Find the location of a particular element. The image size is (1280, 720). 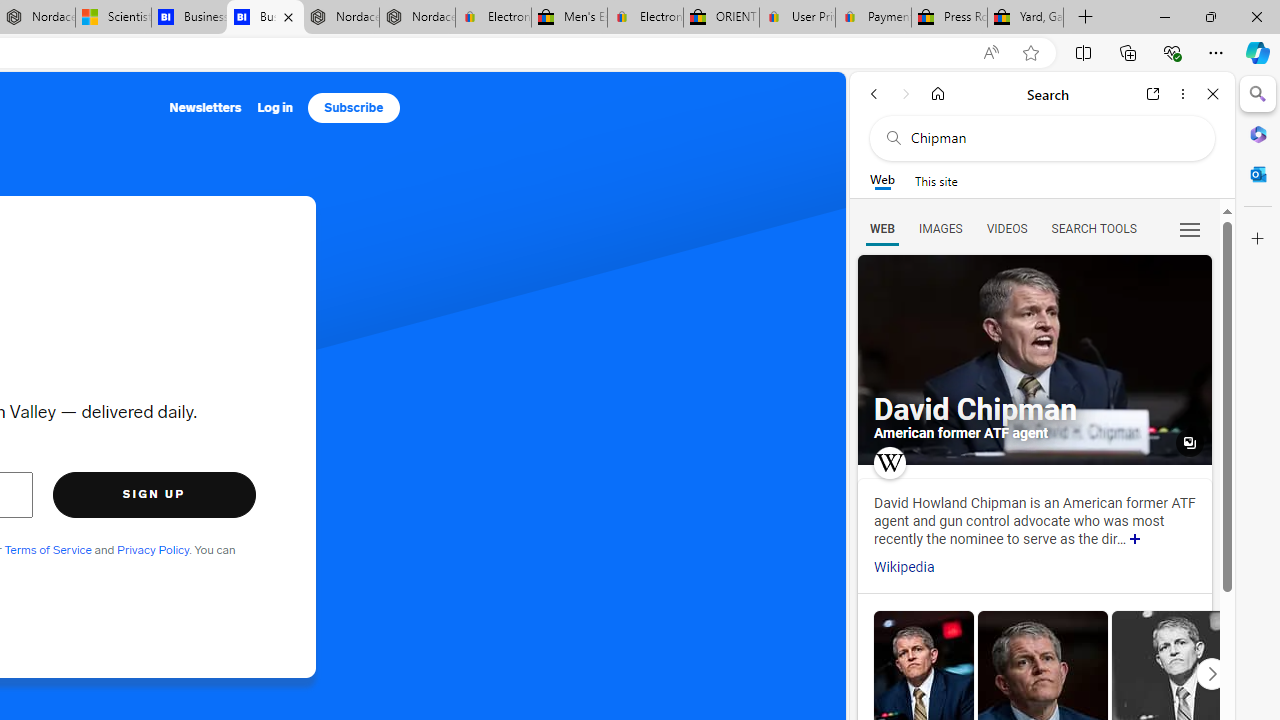

'All images' is located at coordinates (1034, 360).